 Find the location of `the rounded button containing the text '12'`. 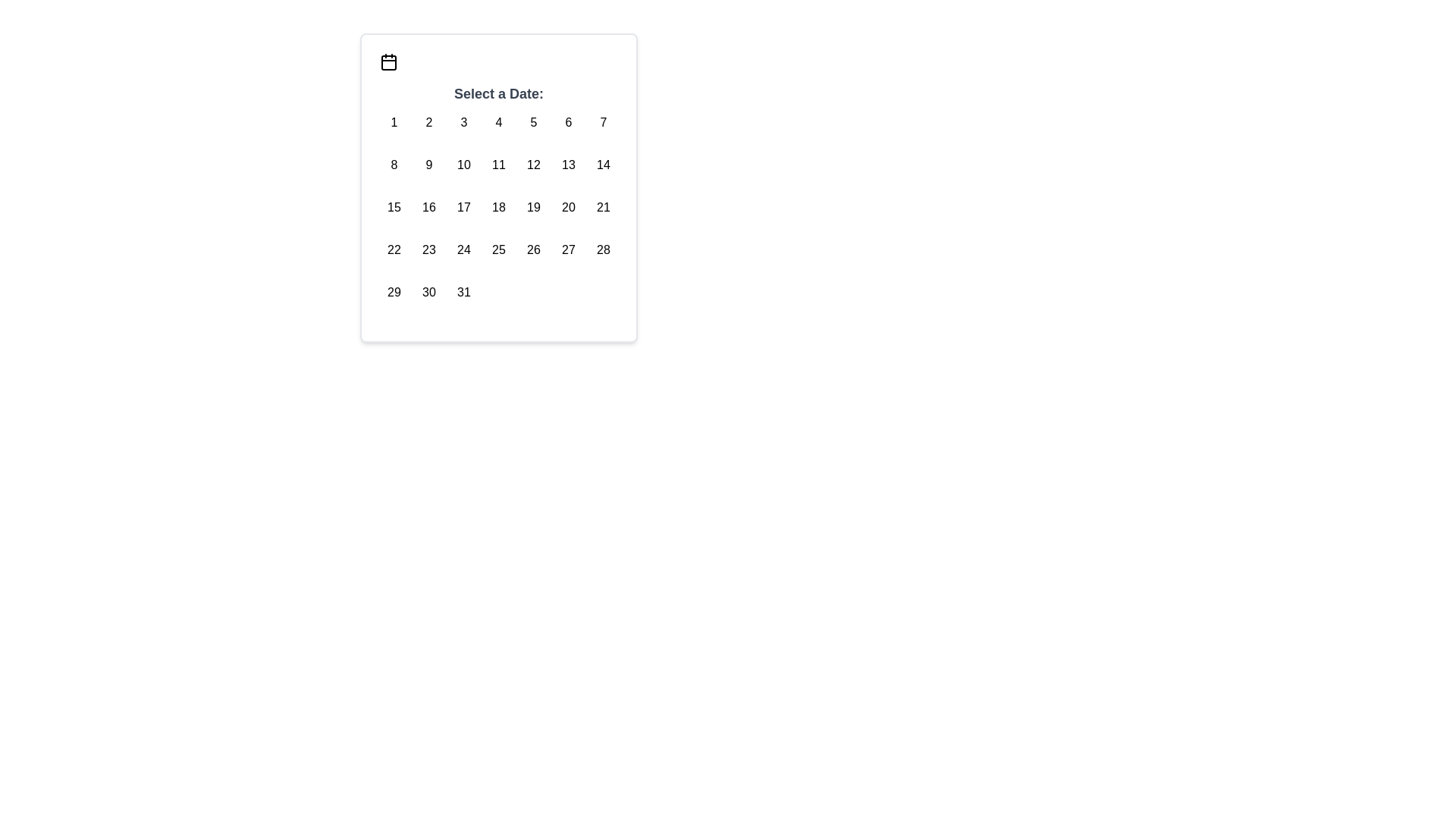

the rounded button containing the text '12' is located at coordinates (534, 165).